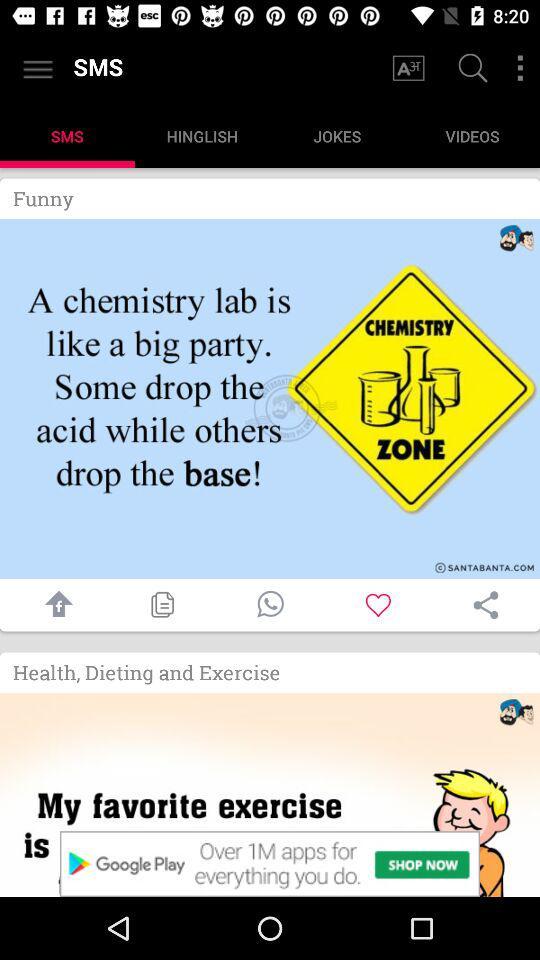 Image resolution: width=540 pixels, height=960 pixels. I want to click on see advertisement, so click(270, 863).